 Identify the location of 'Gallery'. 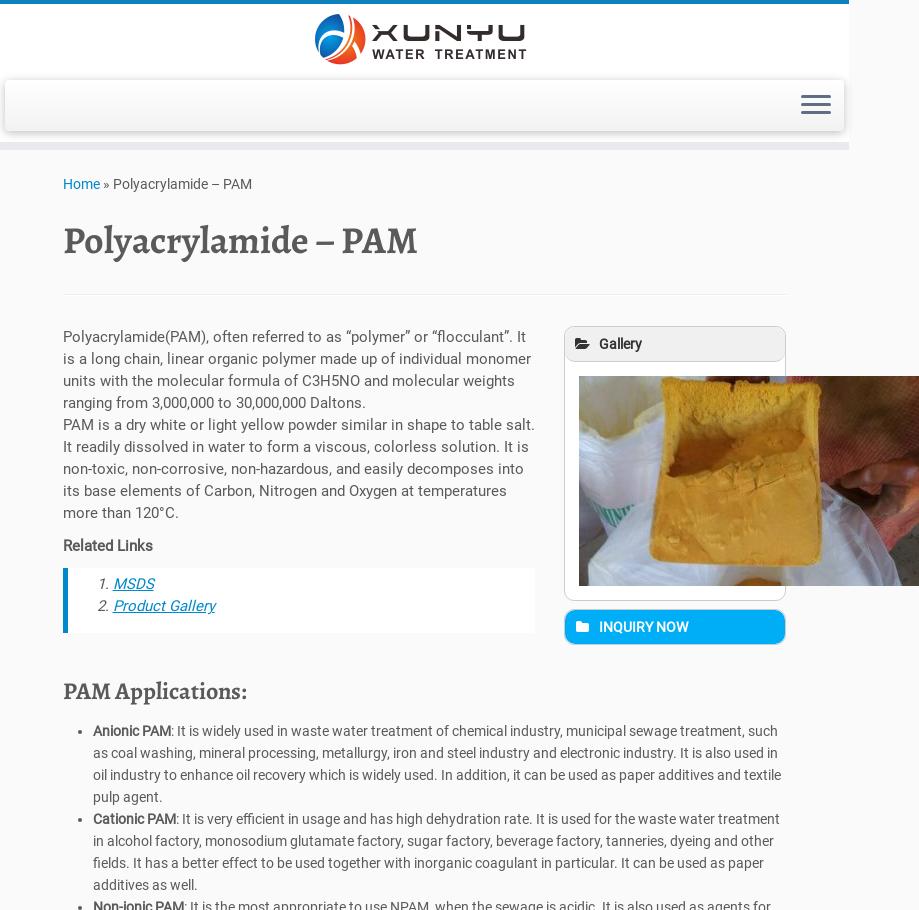
(620, 347).